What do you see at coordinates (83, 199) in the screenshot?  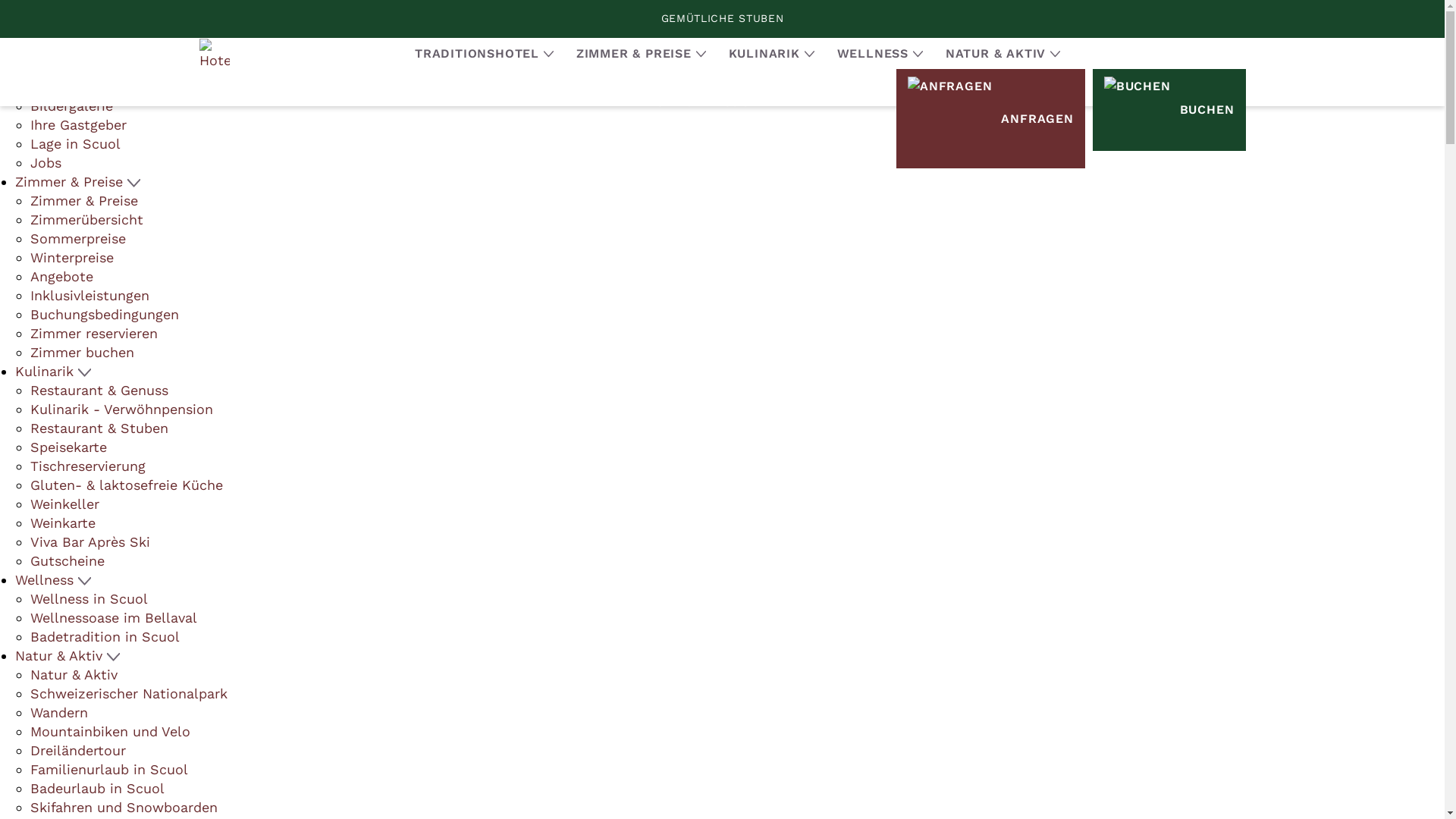 I see `'Zimmer & Preise'` at bounding box center [83, 199].